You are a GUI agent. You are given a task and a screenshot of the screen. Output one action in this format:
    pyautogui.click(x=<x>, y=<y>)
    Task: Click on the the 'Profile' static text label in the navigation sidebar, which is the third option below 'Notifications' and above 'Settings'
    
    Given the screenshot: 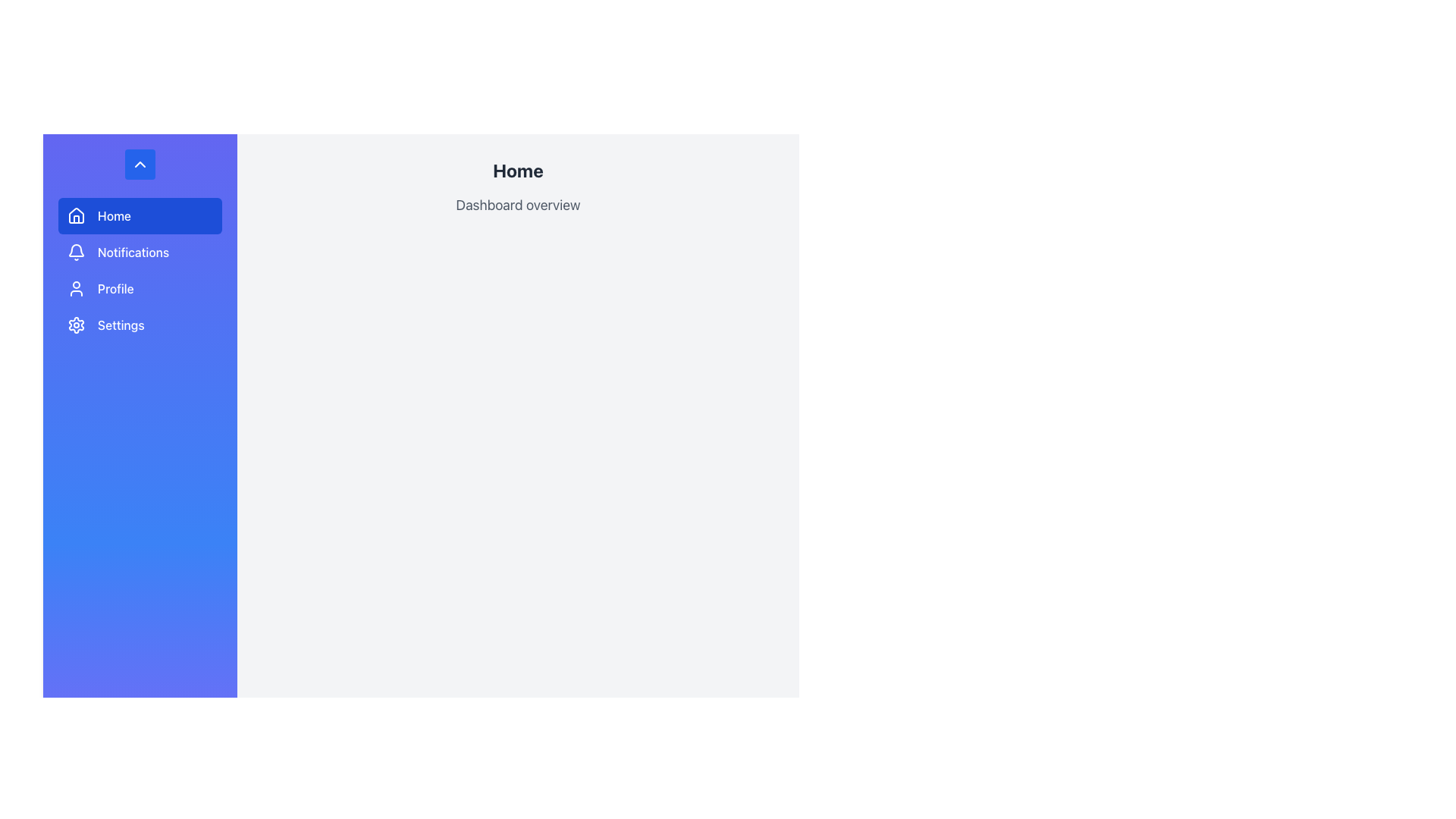 What is the action you would take?
    pyautogui.click(x=115, y=289)
    